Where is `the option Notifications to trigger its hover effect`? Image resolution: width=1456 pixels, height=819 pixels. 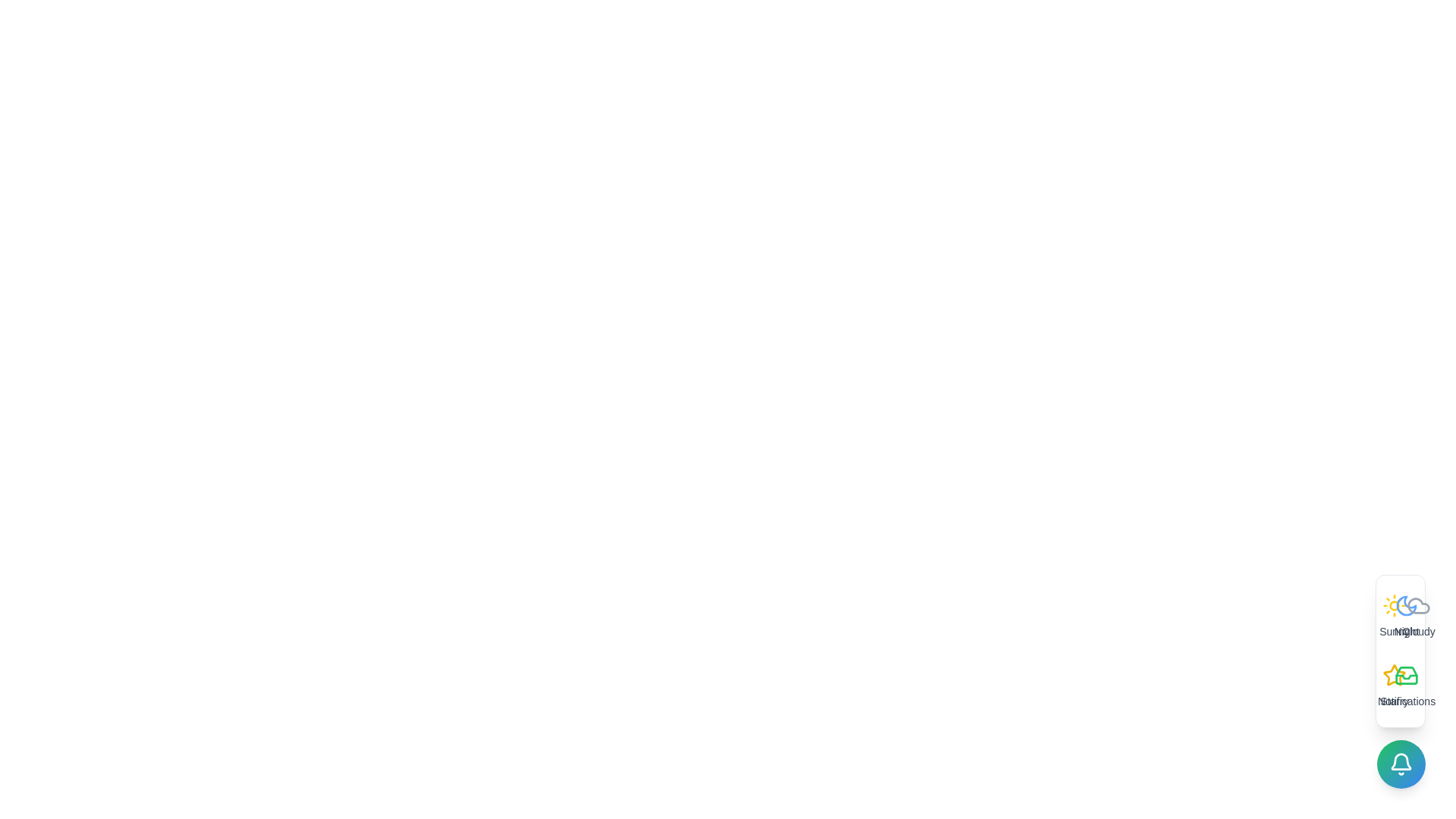 the option Notifications to trigger its hover effect is located at coordinates (1405, 686).